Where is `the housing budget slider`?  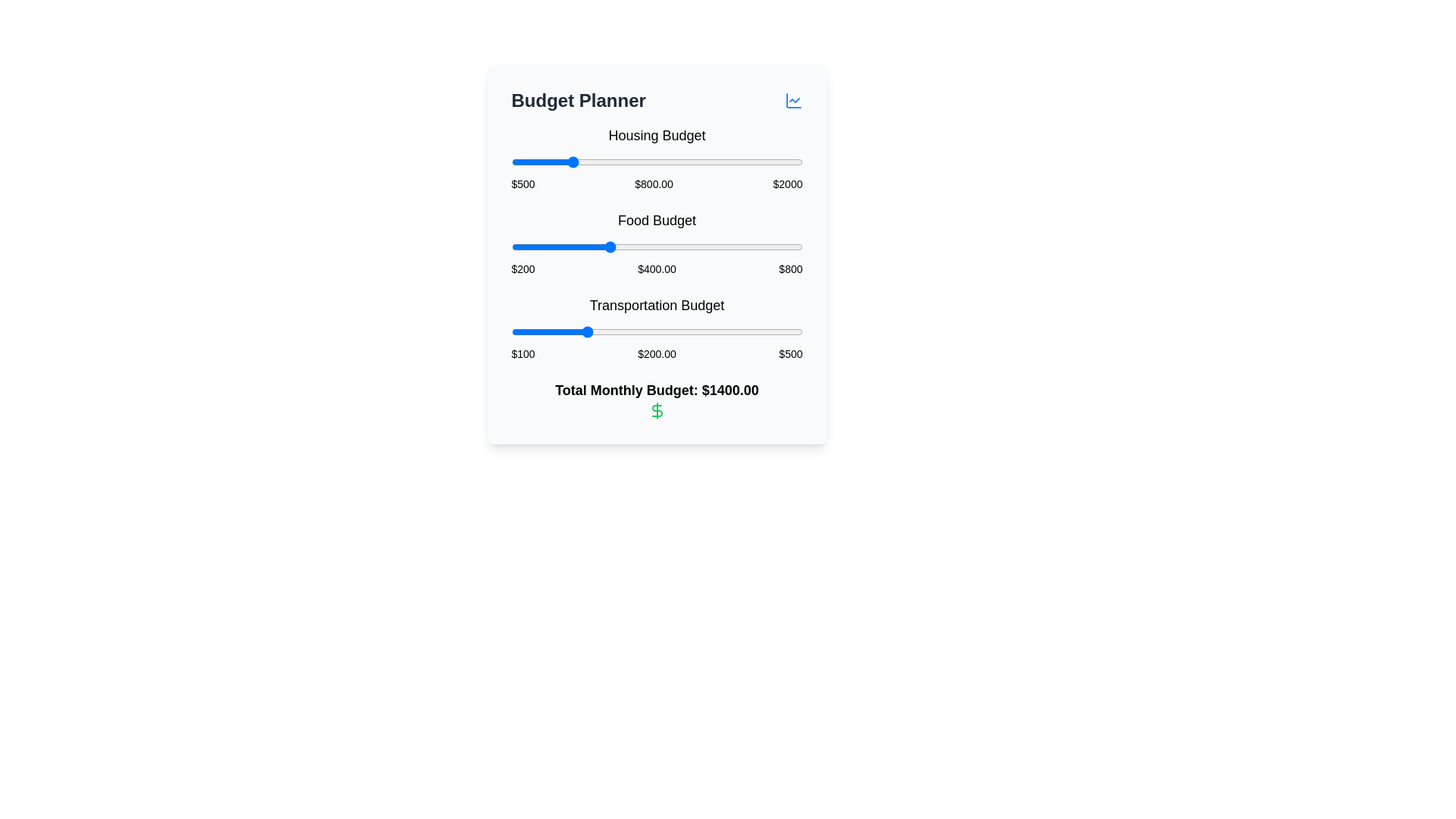 the housing budget slider is located at coordinates (738, 162).